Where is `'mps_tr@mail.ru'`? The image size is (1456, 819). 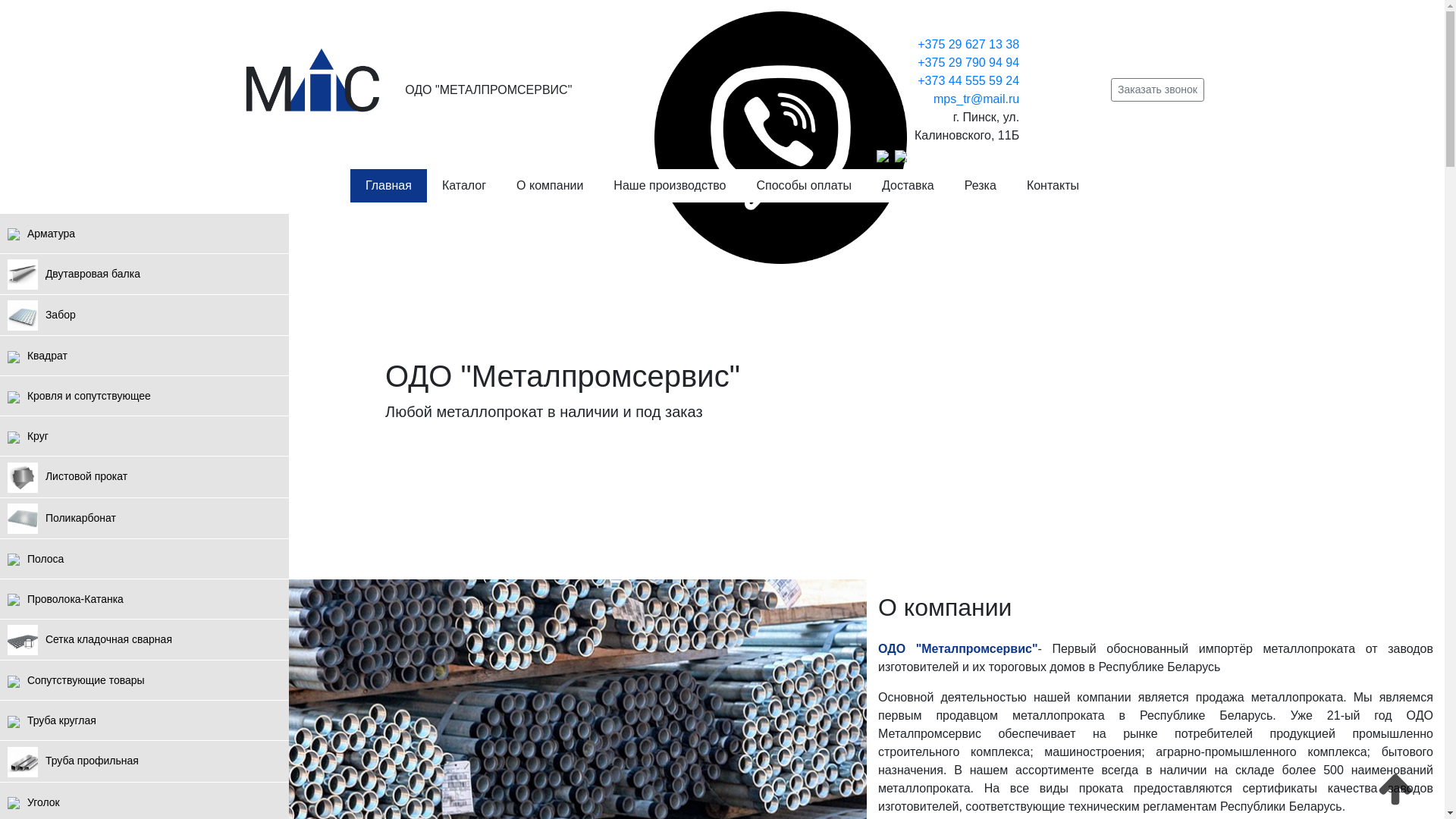 'mps_tr@mail.ru' is located at coordinates (976, 99).